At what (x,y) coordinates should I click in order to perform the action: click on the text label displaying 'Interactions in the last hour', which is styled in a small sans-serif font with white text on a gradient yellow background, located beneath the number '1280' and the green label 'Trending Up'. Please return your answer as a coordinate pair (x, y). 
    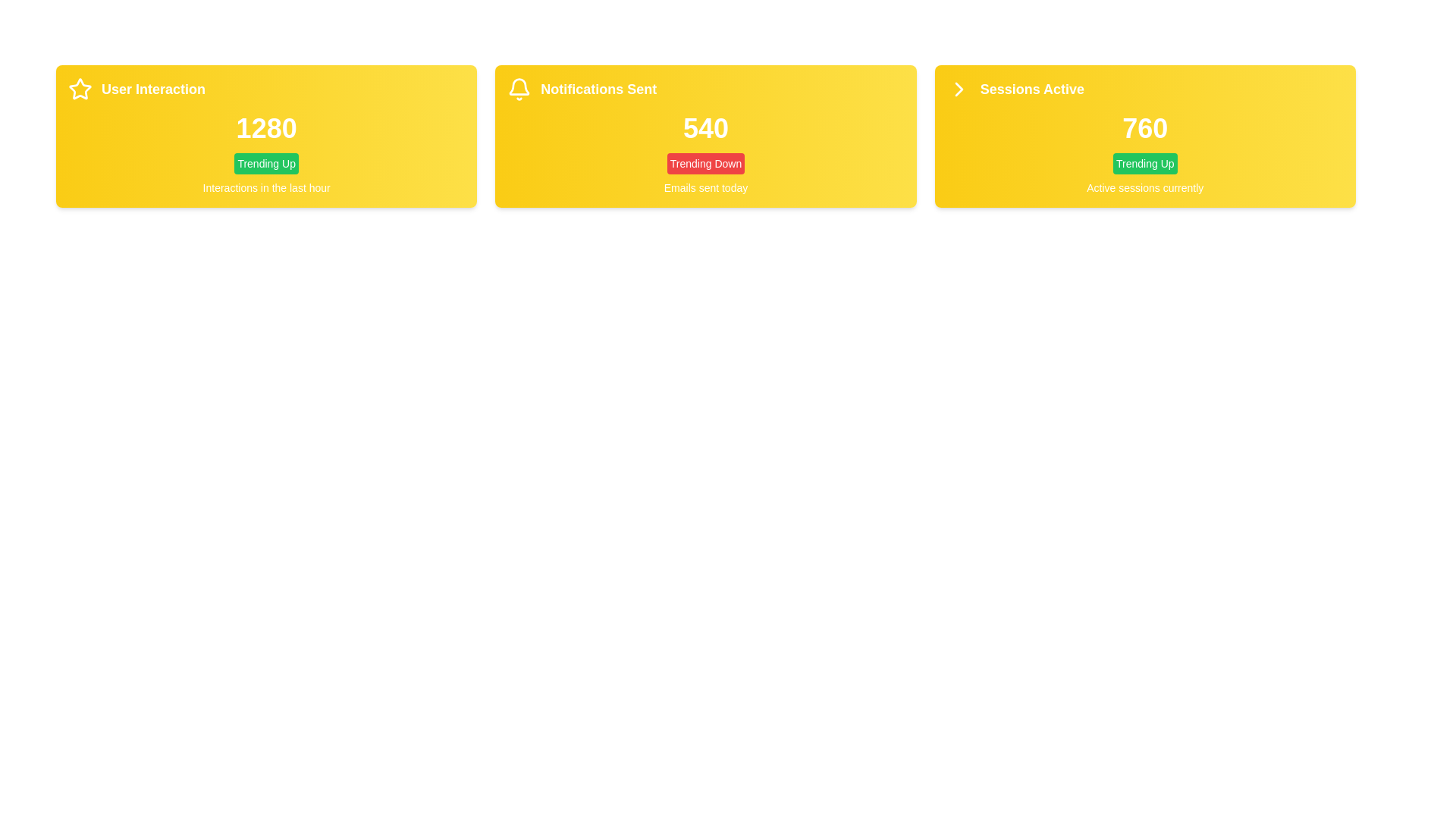
    Looking at the image, I should click on (266, 187).